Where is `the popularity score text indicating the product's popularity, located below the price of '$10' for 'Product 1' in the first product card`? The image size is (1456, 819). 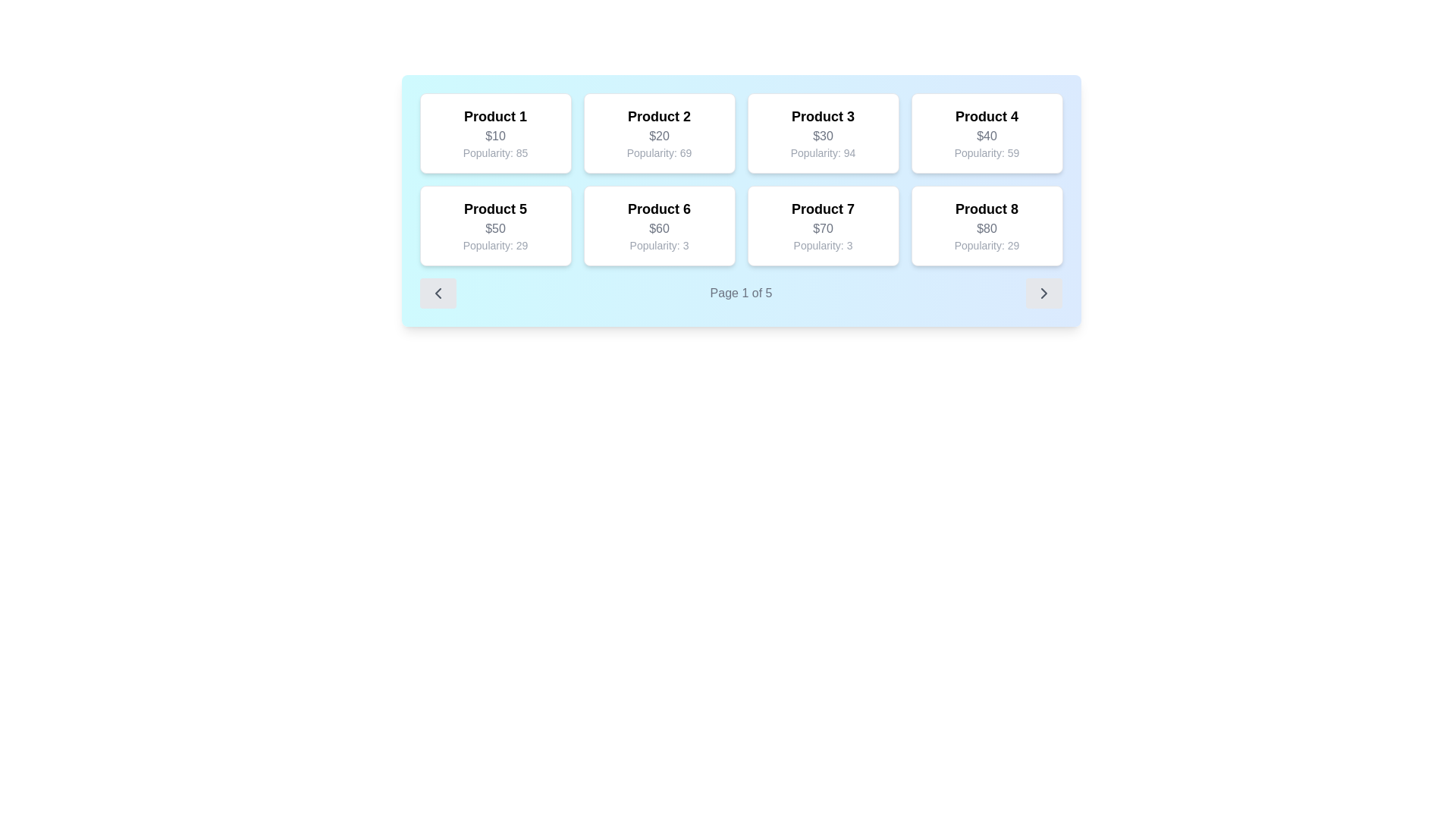
the popularity score text indicating the product's popularity, located below the price of '$10' for 'Product 1' in the first product card is located at coordinates (495, 152).